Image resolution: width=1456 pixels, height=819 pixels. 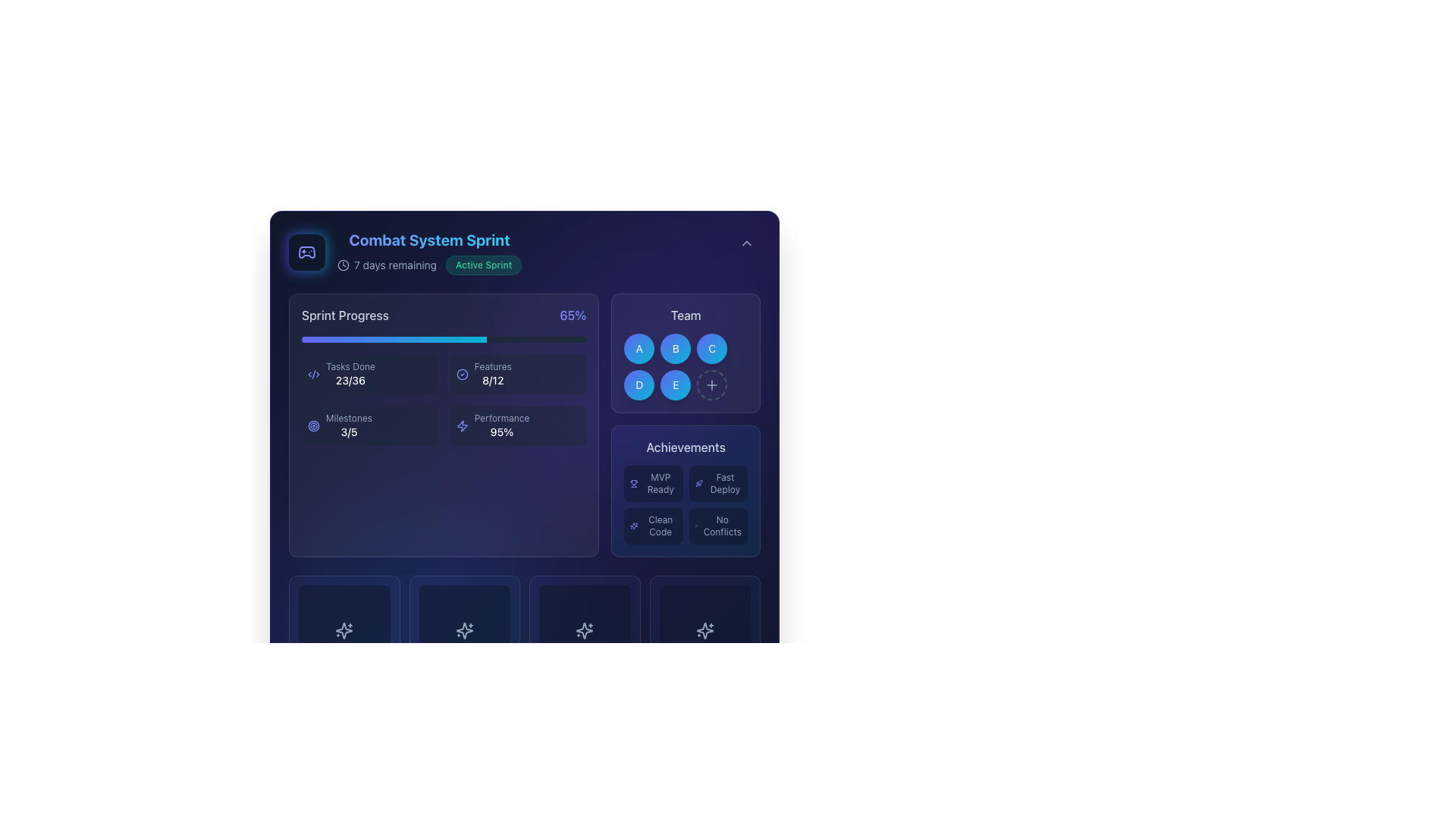 I want to click on the green status badge labeled 'Active Sprint' in the composite text element indicating '7 days remaining' for further actions if enabled, so click(x=428, y=265).